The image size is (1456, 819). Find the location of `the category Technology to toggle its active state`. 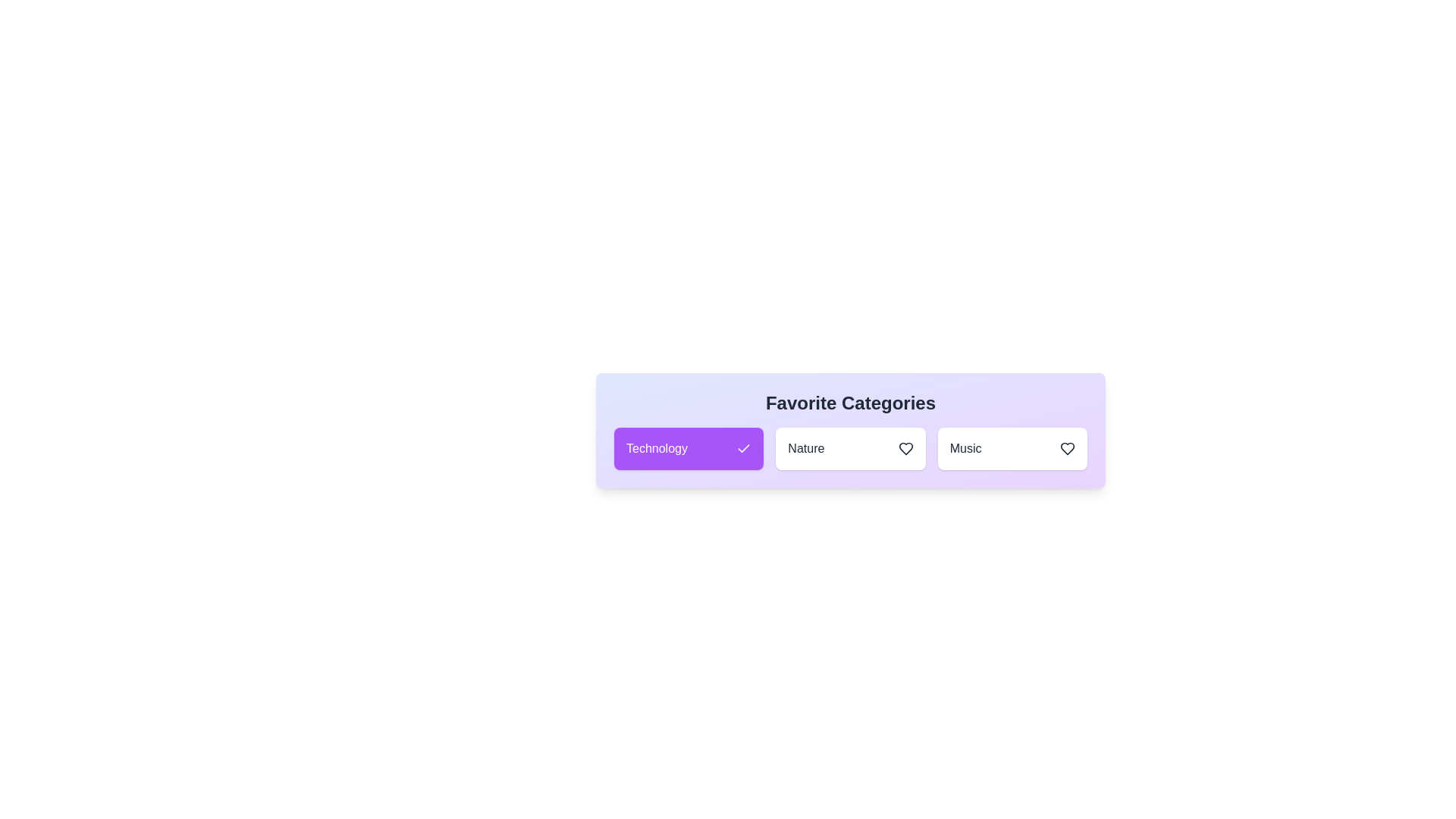

the category Technology to toggle its active state is located at coordinates (687, 447).